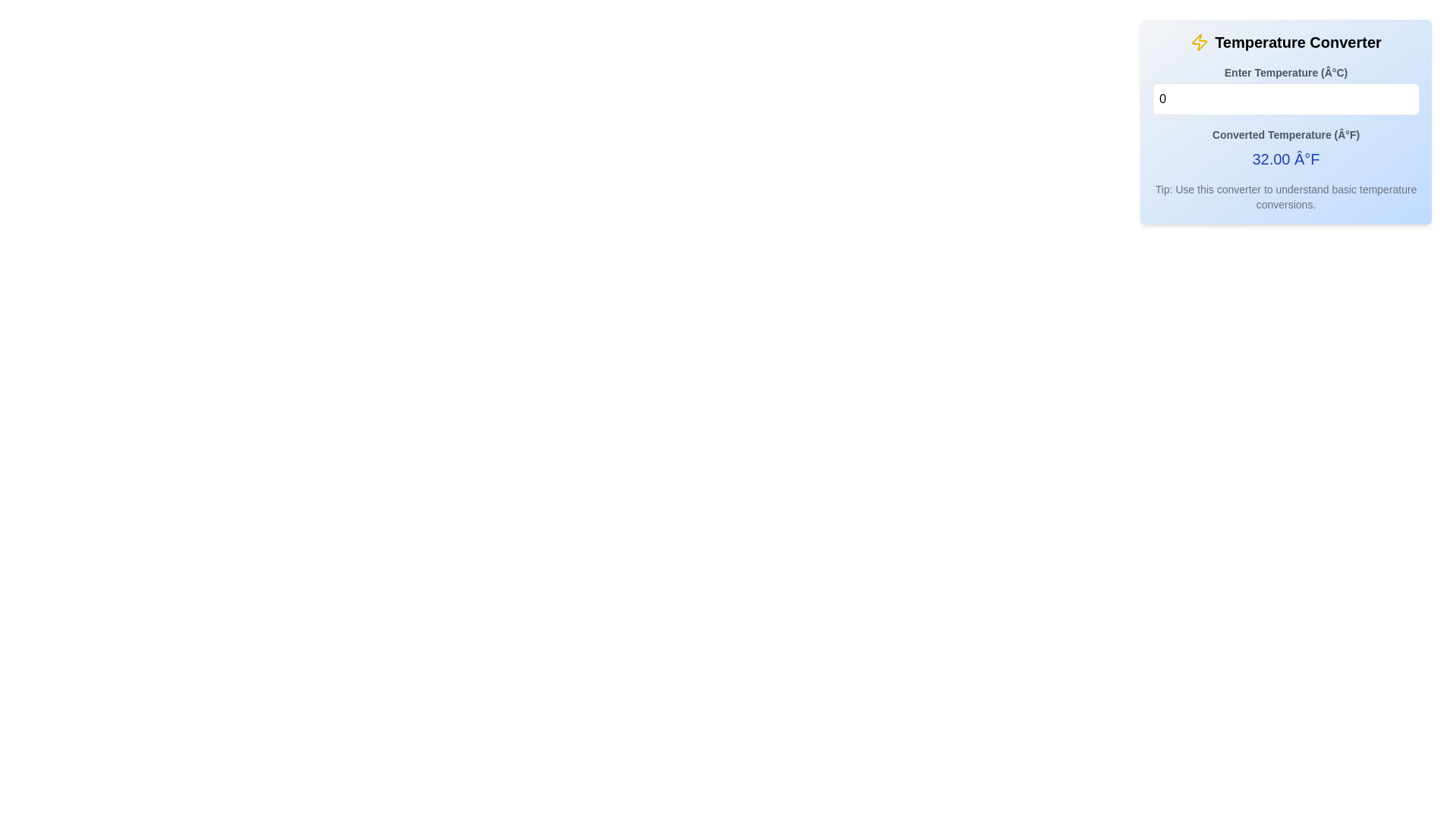 The height and width of the screenshot is (819, 1456). I want to click on the text label indicating the converted temperature in Fahrenheit, located at the upper-middle of the temperature converter interface, so click(1285, 133).